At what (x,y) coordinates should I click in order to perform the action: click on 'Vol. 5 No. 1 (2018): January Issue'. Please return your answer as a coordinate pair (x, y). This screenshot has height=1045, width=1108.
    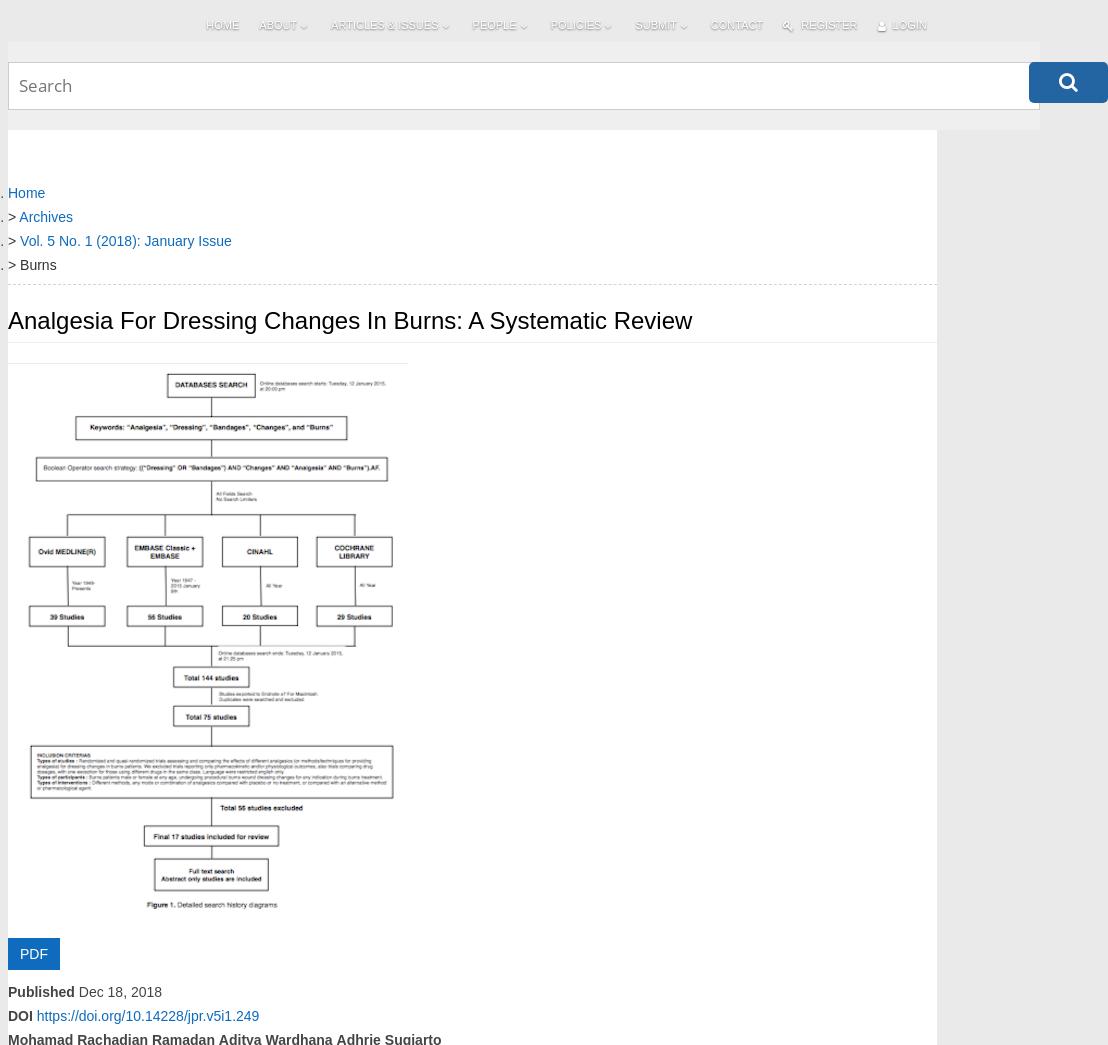
    Looking at the image, I should click on (125, 239).